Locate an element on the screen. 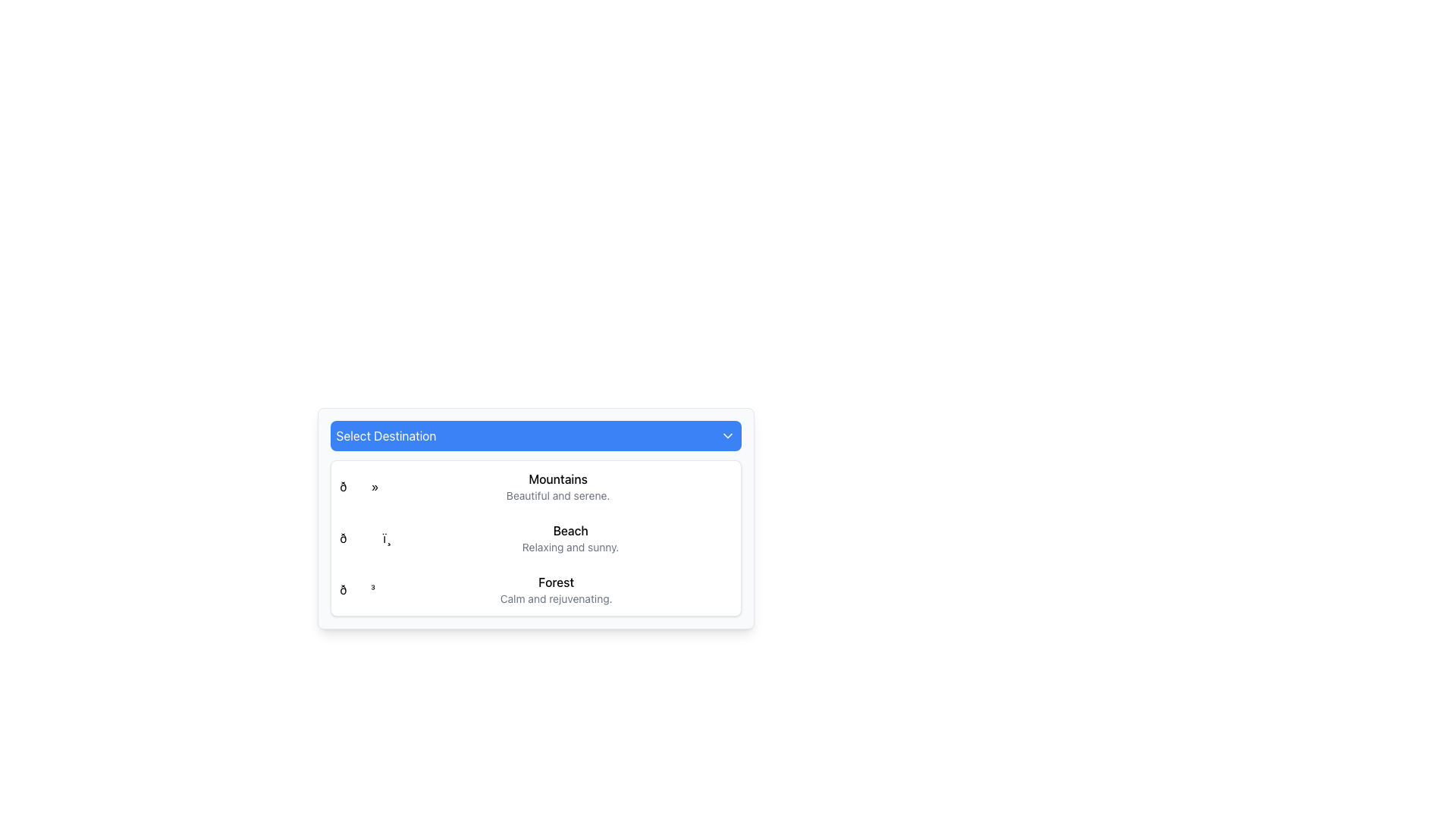 The image size is (1456, 819). textual description 'Calm and rejuvenating.' located below the 'Forest' heading in the dropdown menu is located at coordinates (555, 598).